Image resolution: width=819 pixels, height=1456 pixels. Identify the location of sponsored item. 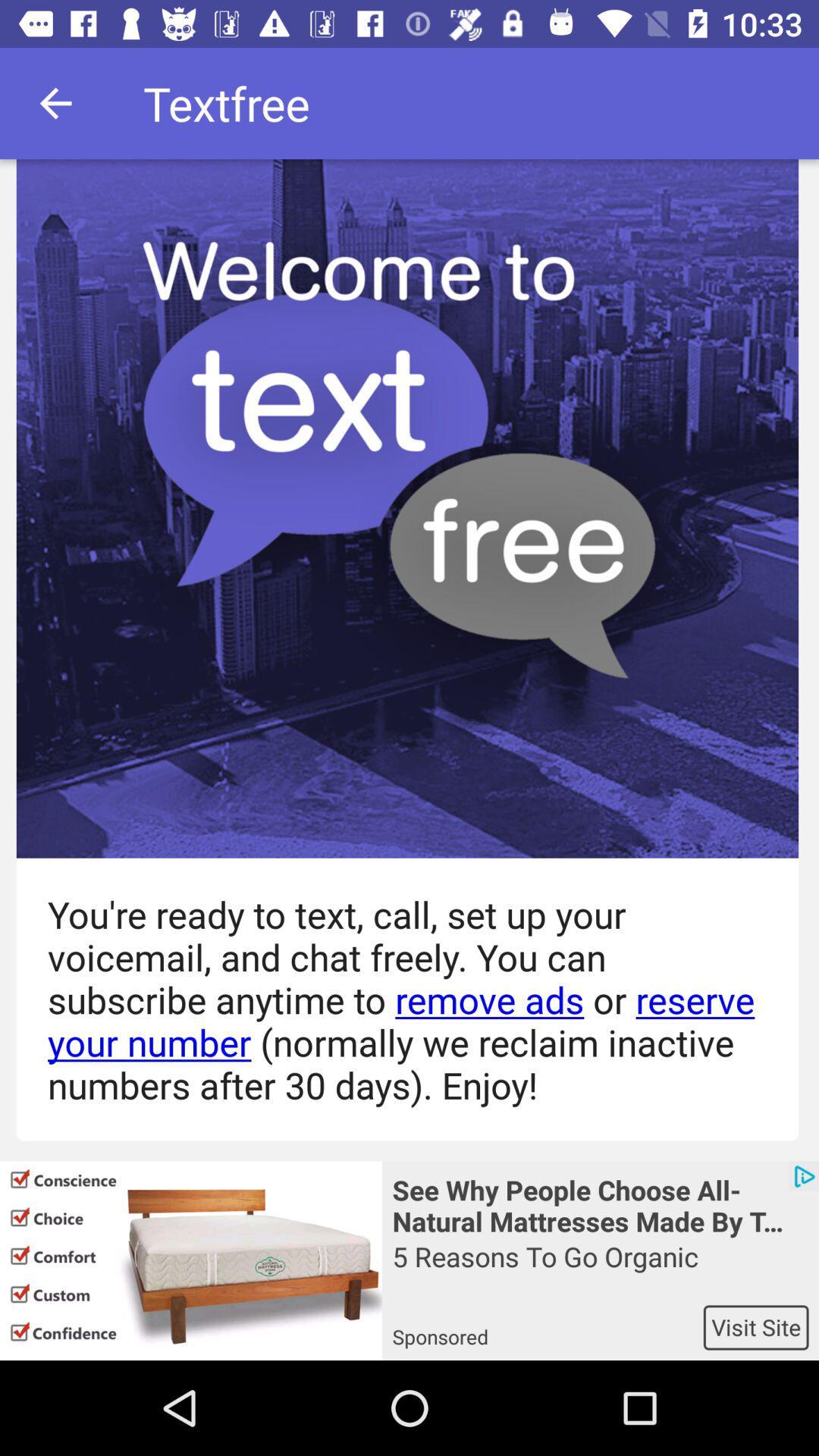
(548, 1326).